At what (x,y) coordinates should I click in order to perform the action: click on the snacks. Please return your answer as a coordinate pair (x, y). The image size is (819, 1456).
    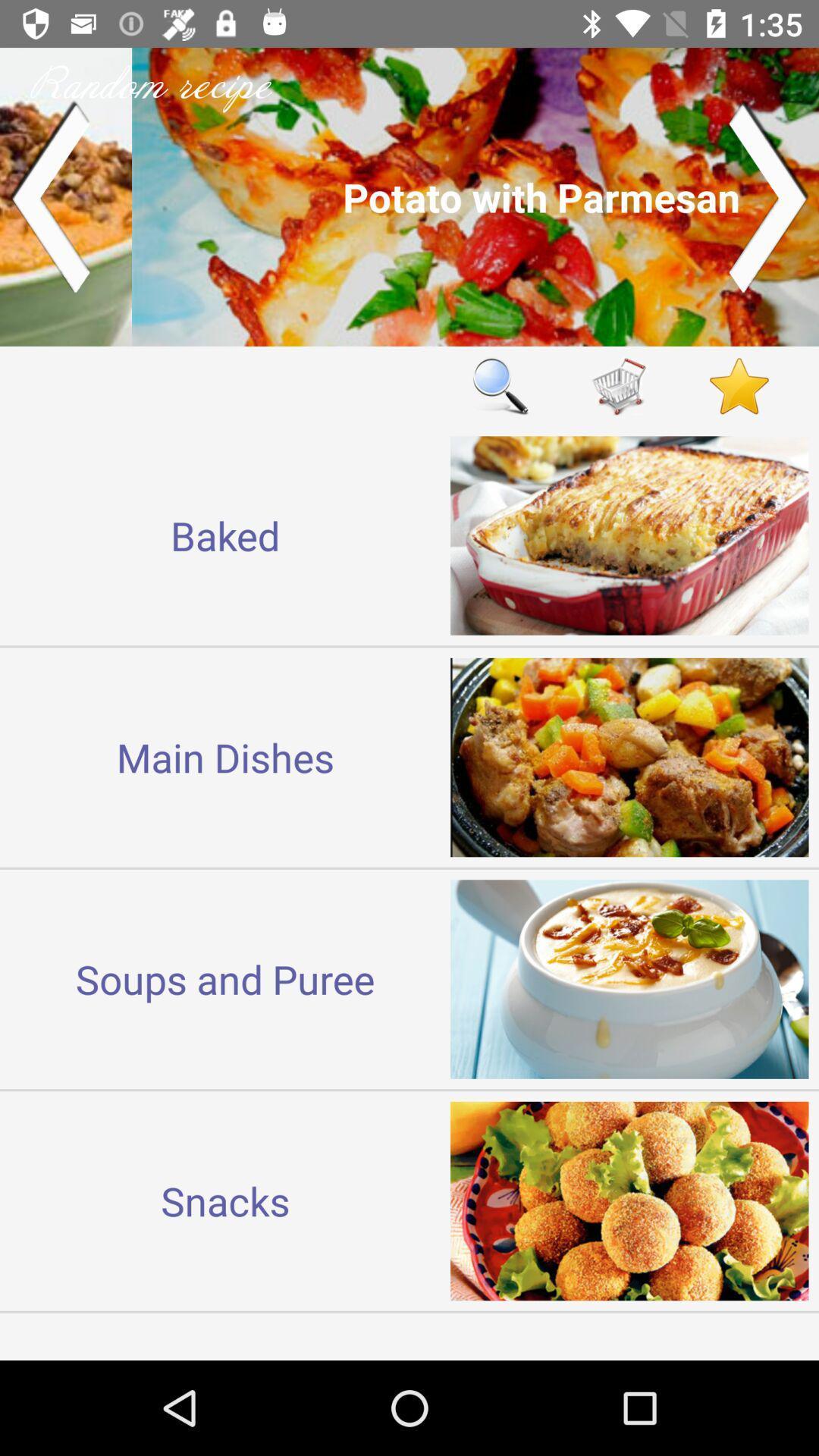
    Looking at the image, I should click on (225, 1200).